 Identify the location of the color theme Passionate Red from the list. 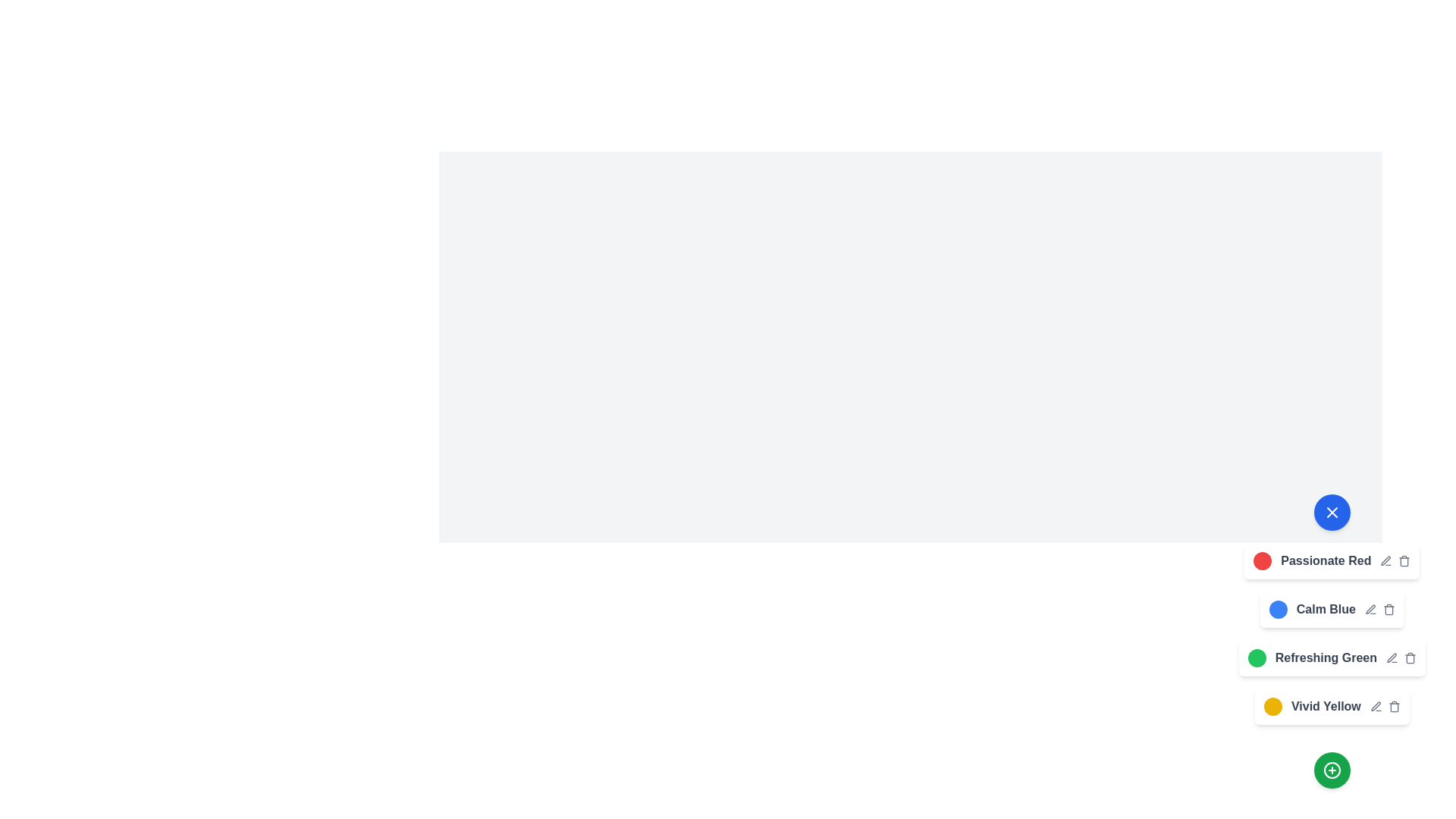
(1263, 561).